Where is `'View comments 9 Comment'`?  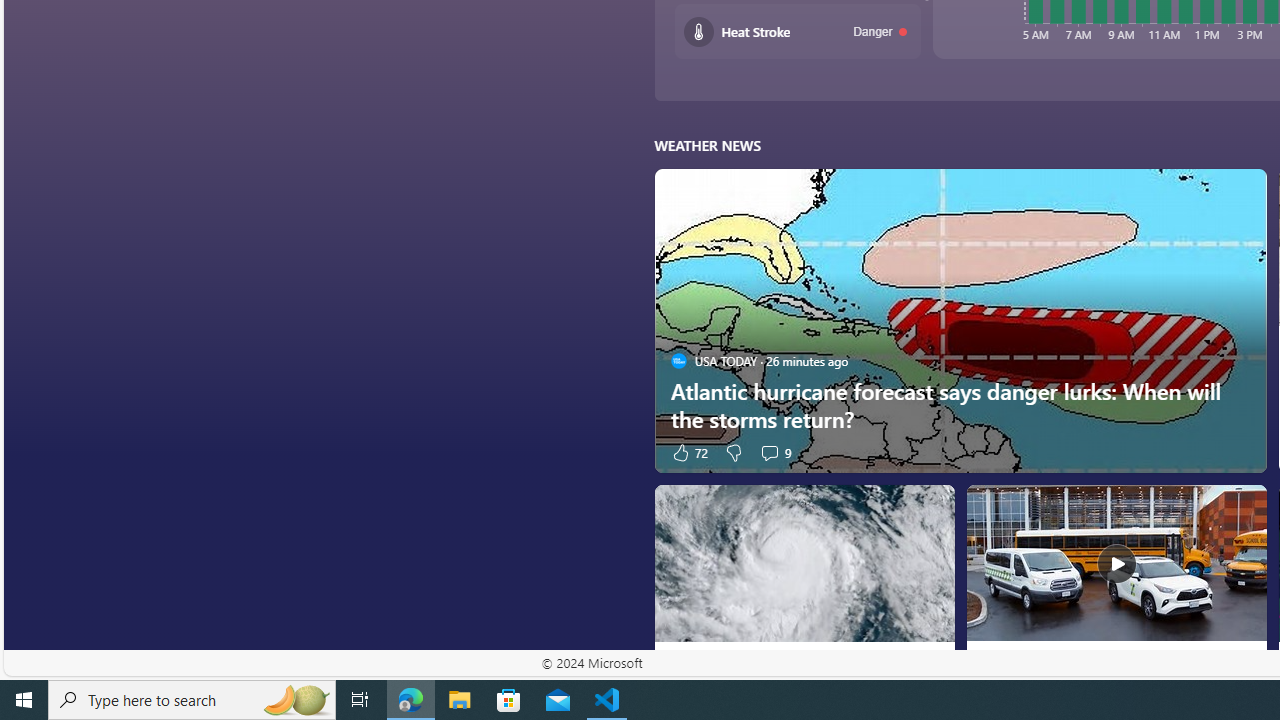 'View comments 9 Comment' is located at coordinates (768, 452).